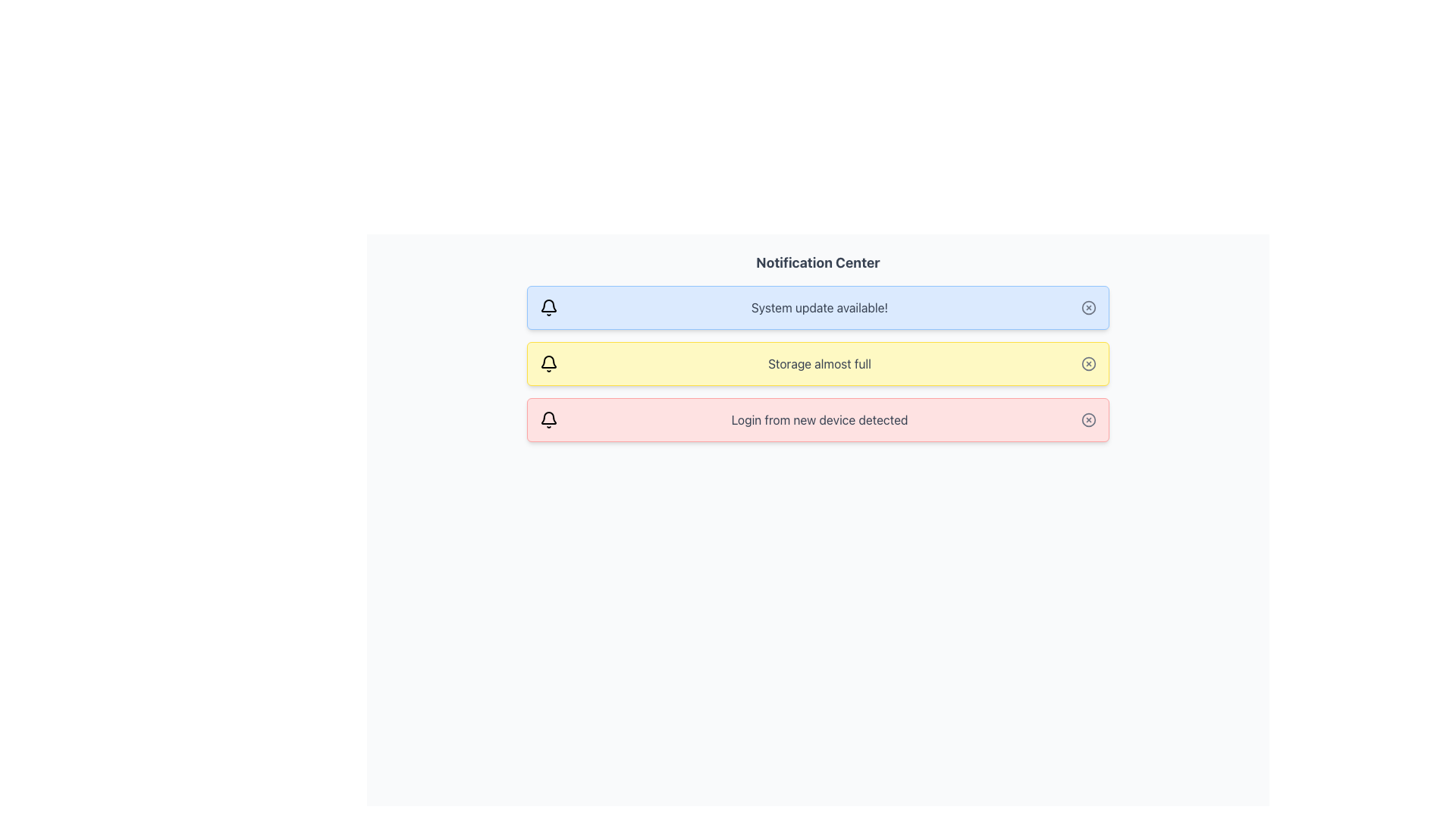  What do you see at coordinates (1087, 420) in the screenshot?
I see `the small circular button with a gray border and 'X' mark located in the bottom-most notification card labeled 'Login from new device detected'` at bounding box center [1087, 420].